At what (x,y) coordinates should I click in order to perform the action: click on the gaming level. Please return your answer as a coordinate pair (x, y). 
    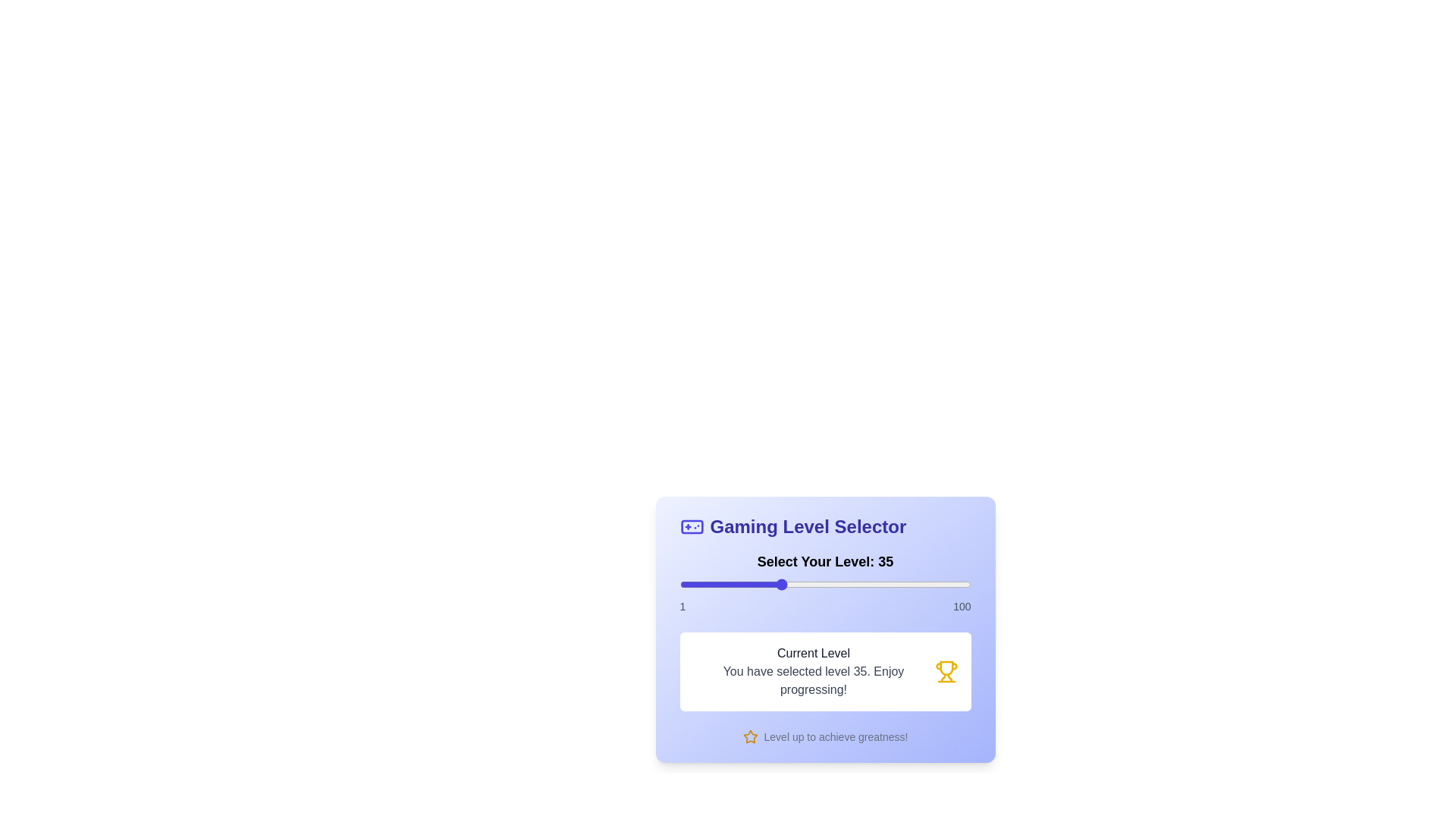
    Looking at the image, I should click on (817, 584).